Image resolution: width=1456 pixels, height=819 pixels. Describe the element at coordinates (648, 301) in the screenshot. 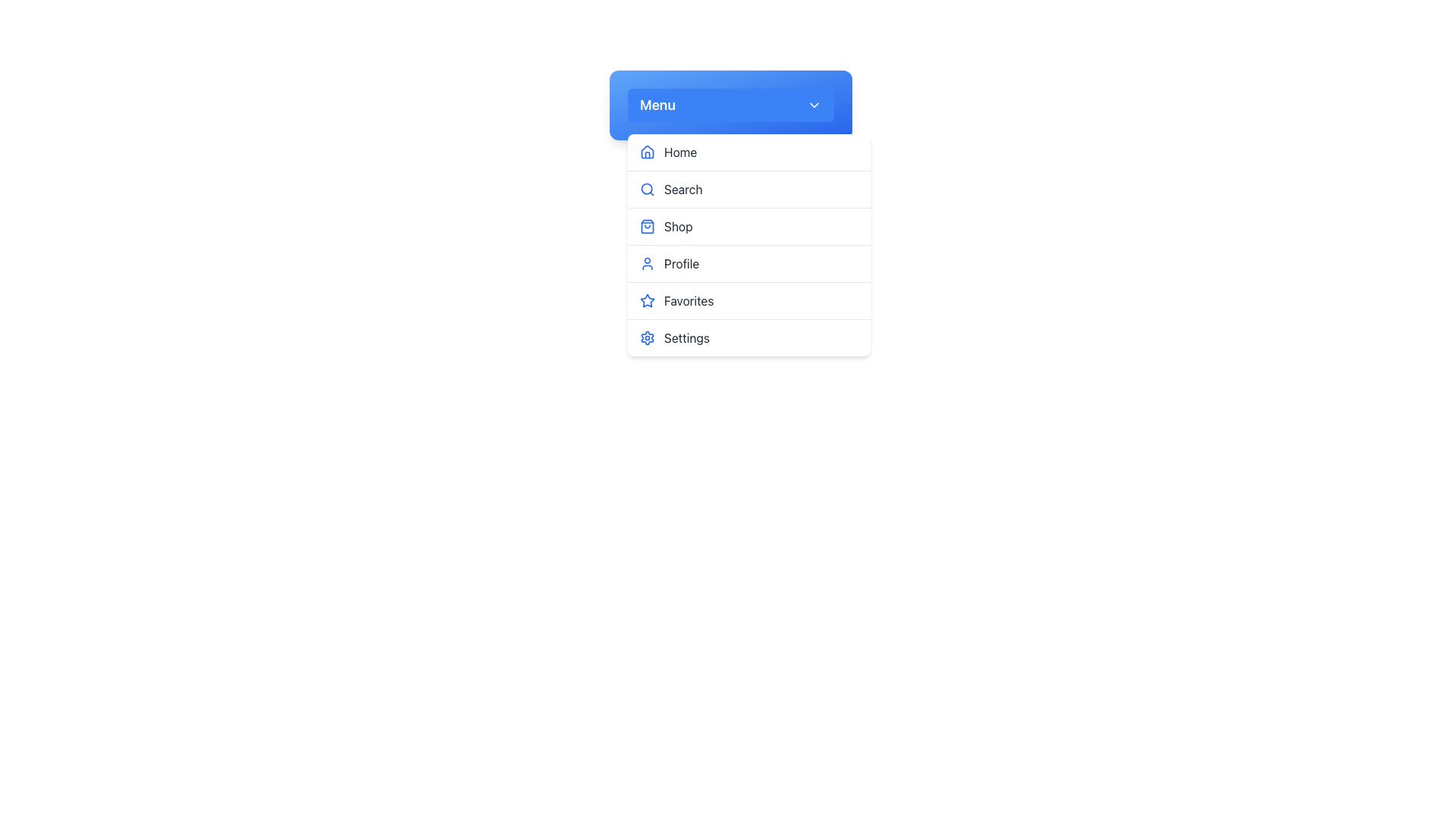

I see `the Favorites menu icon located to the left of the 'Favorites' text` at that location.